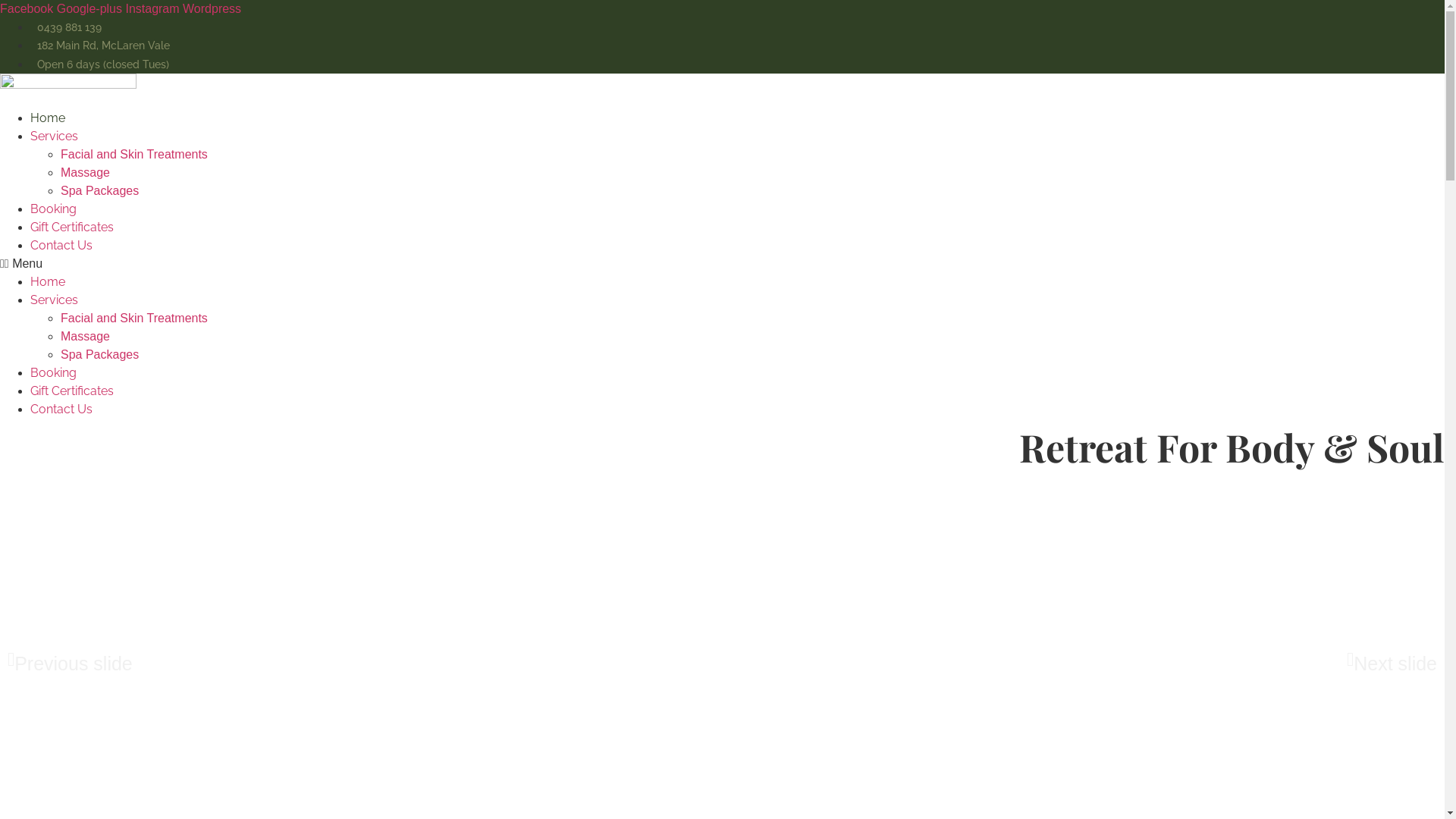 Image resolution: width=1456 pixels, height=819 pixels. What do you see at coordinates (64, 27) in the screenshot?
I see `'0439 881 139'` at bounding box center [64, 27].